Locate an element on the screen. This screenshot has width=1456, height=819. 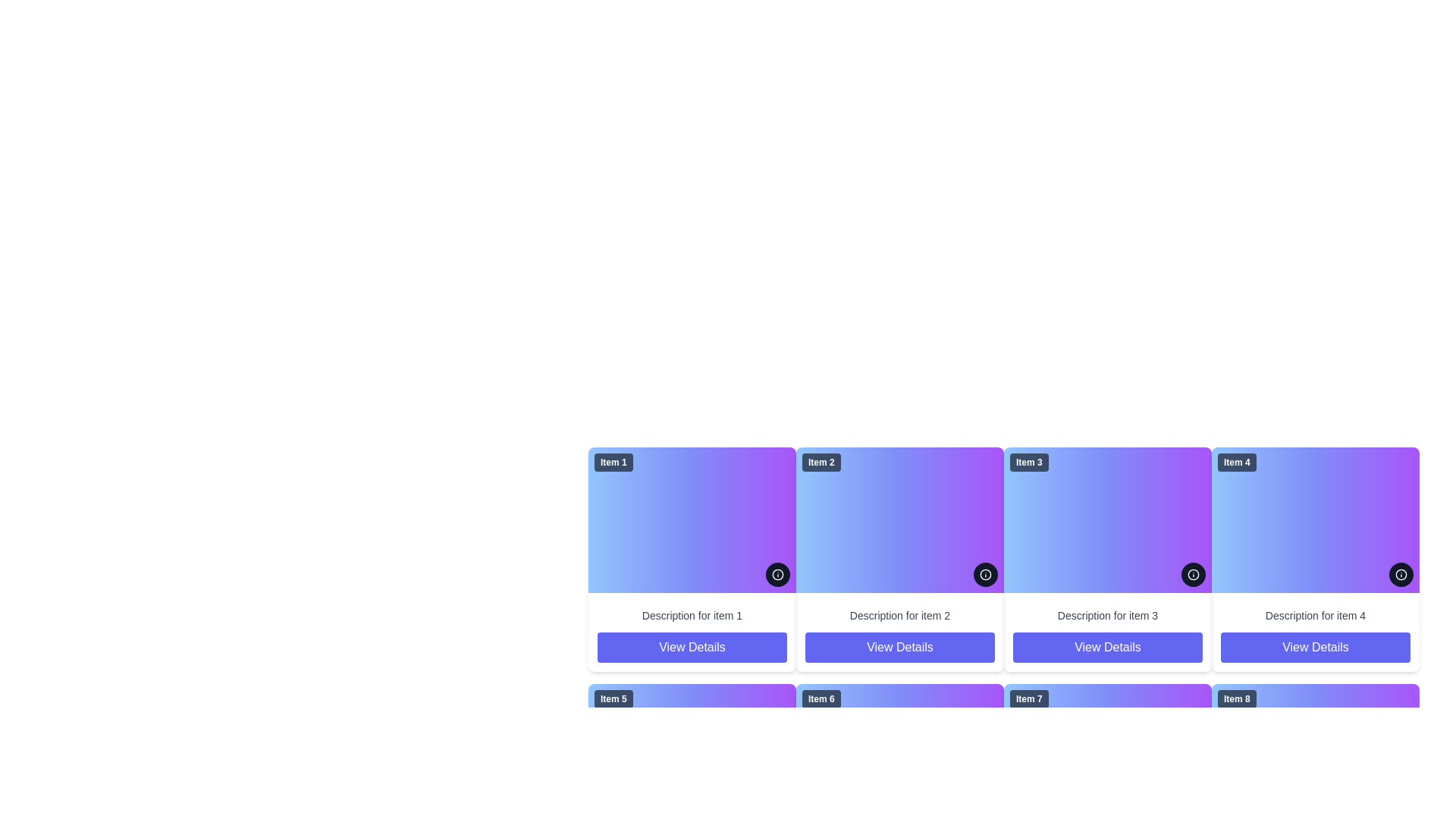
the static text label that describes 'Item 1', located above the 'View Details' button in the card layout is located at coordinates (691, 616).